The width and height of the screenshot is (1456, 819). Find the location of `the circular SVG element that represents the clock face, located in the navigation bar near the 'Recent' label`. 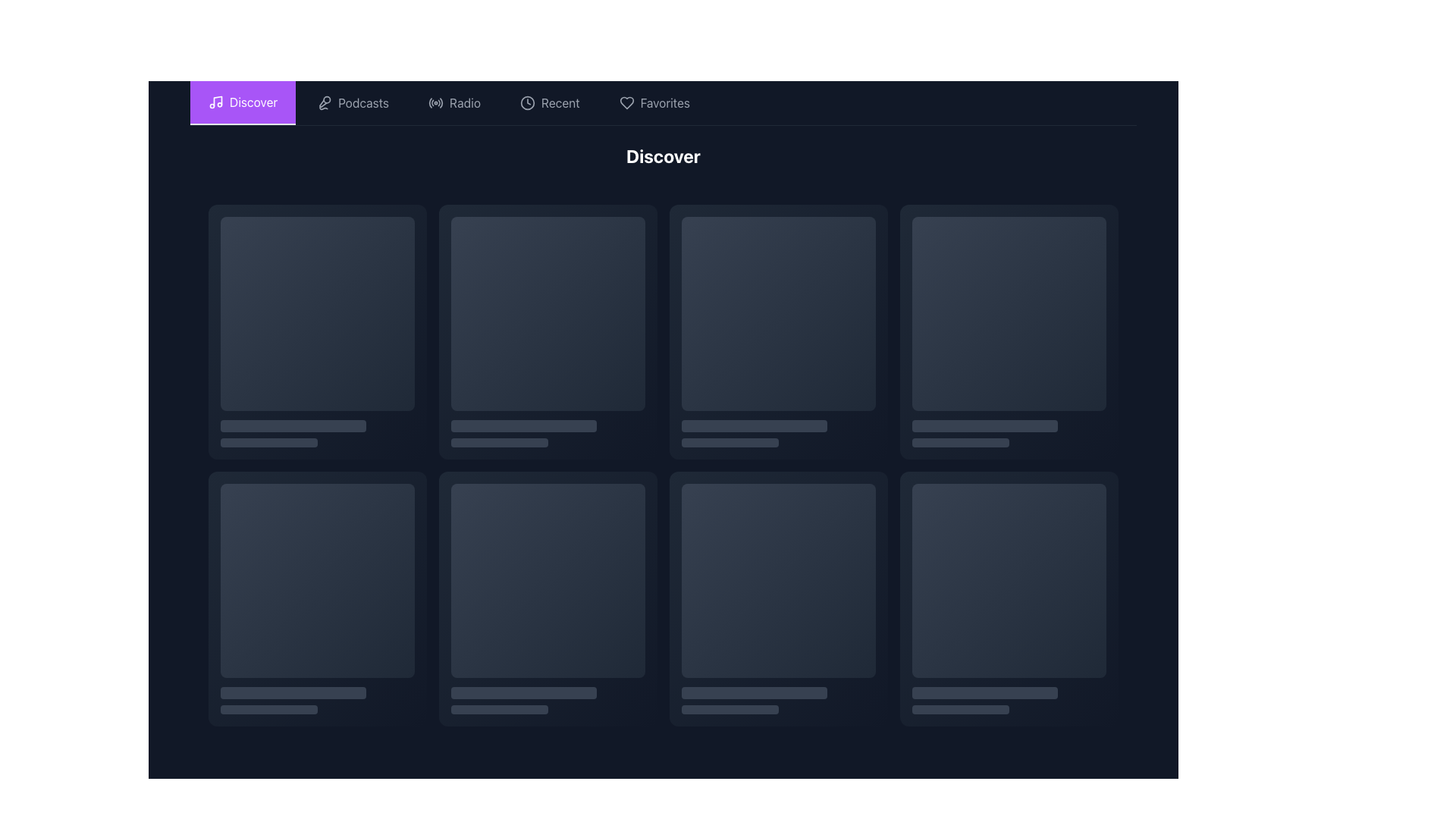

the circular SVG element that represents the clock face, located in the navigation bar near the 'Recent' label is located at coordinates (528, 102).